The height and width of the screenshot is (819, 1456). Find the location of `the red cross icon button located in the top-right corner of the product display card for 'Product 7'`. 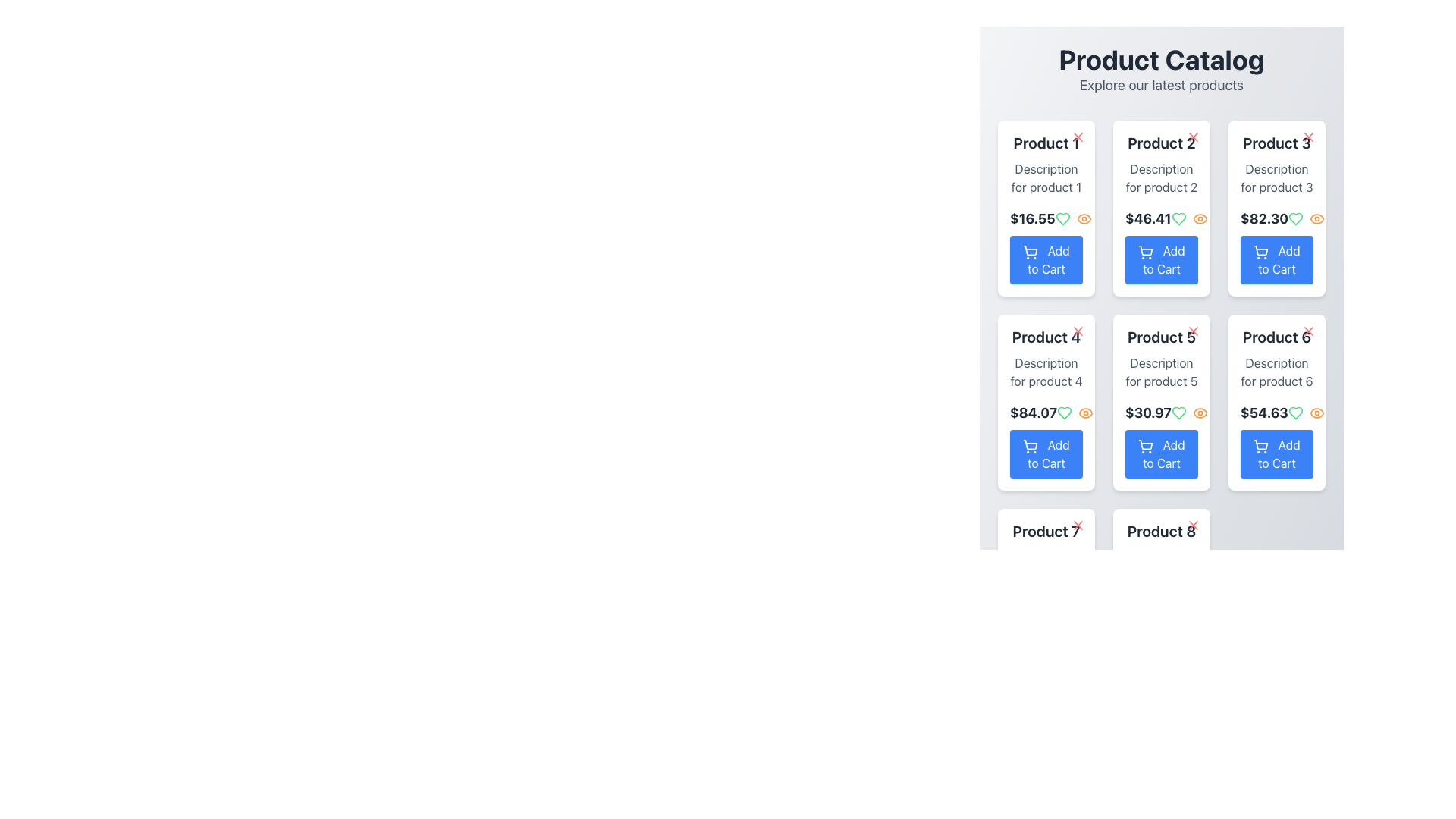

the red cross icon button located in the top-right corner of the product display card for 'Product 7' is located at coordinates (1077, 525).